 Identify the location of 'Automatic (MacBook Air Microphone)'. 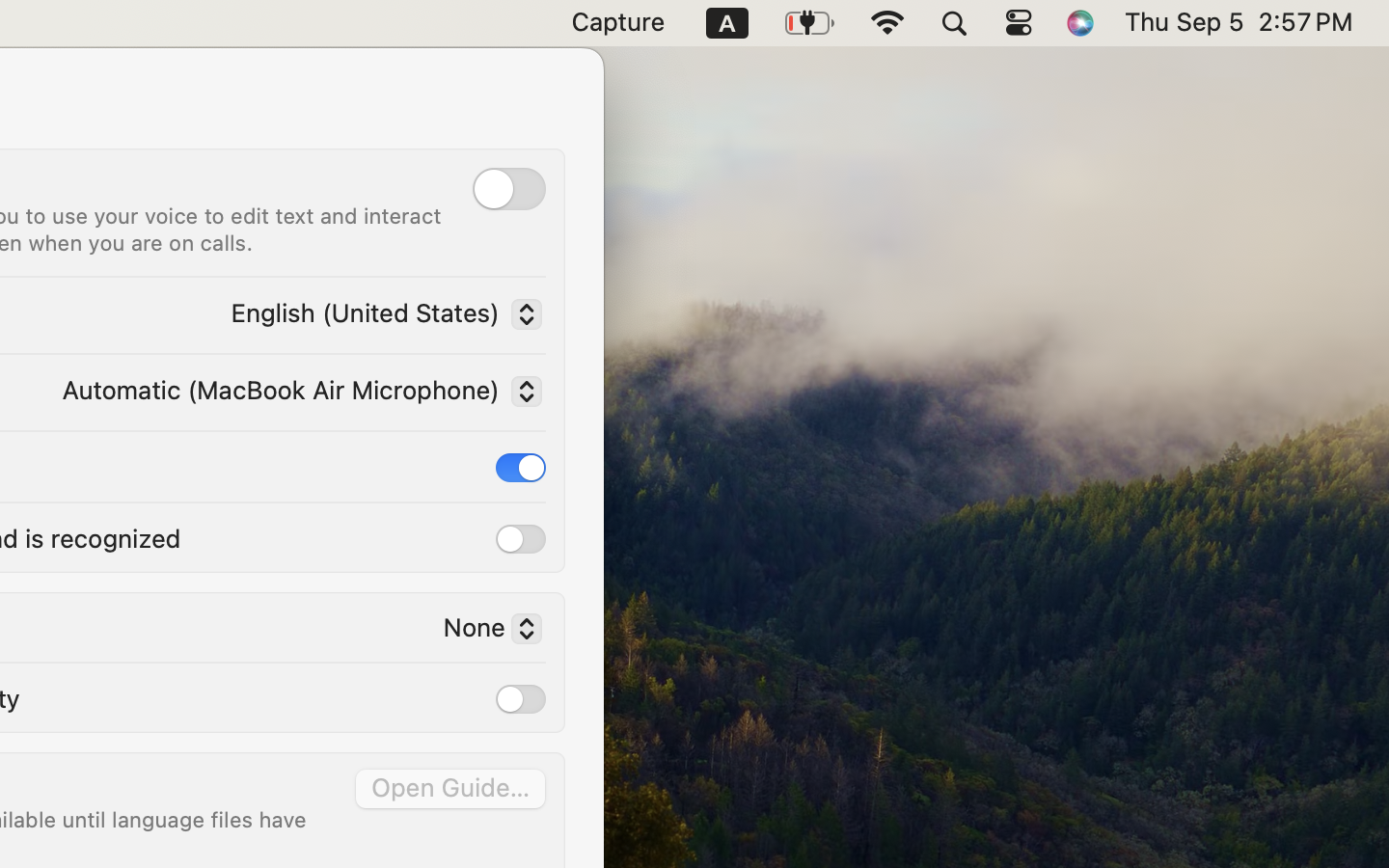
(297, 393).